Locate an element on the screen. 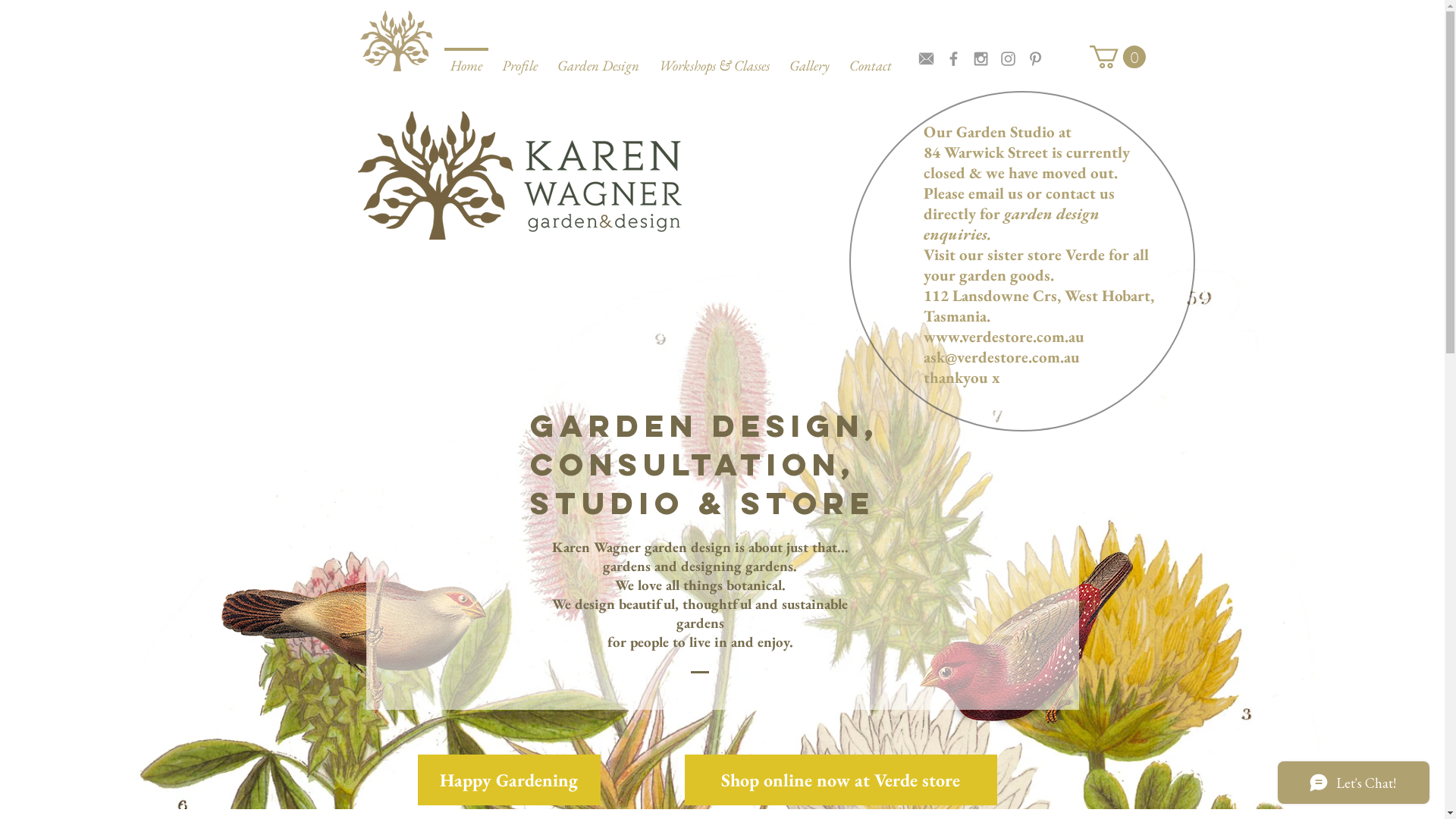 The image size is (1456, 819). 'Happy Gardening' is located at coordinates (508, 780).